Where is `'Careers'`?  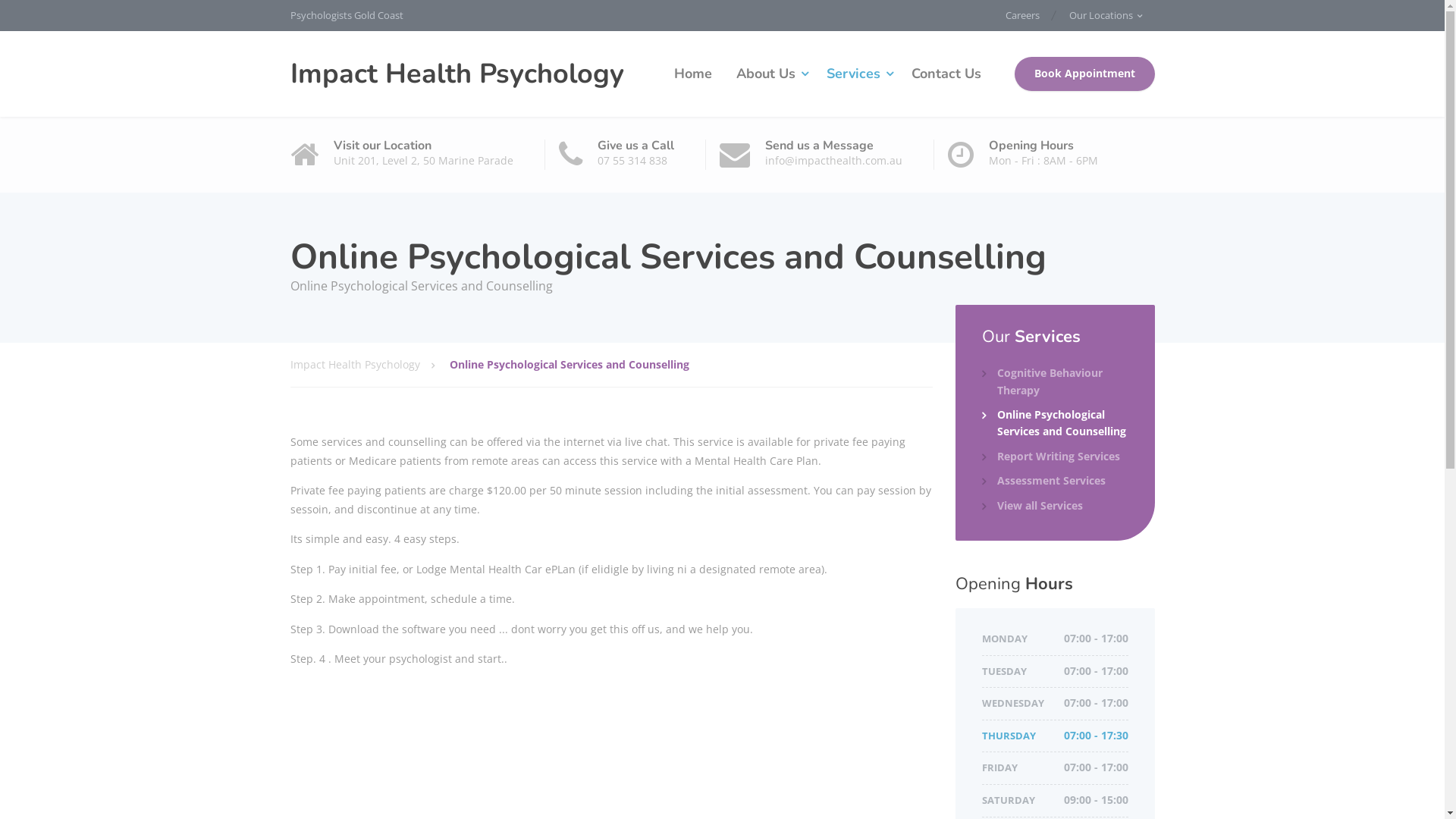 'Careers' is located at coordinates (1030, 15).